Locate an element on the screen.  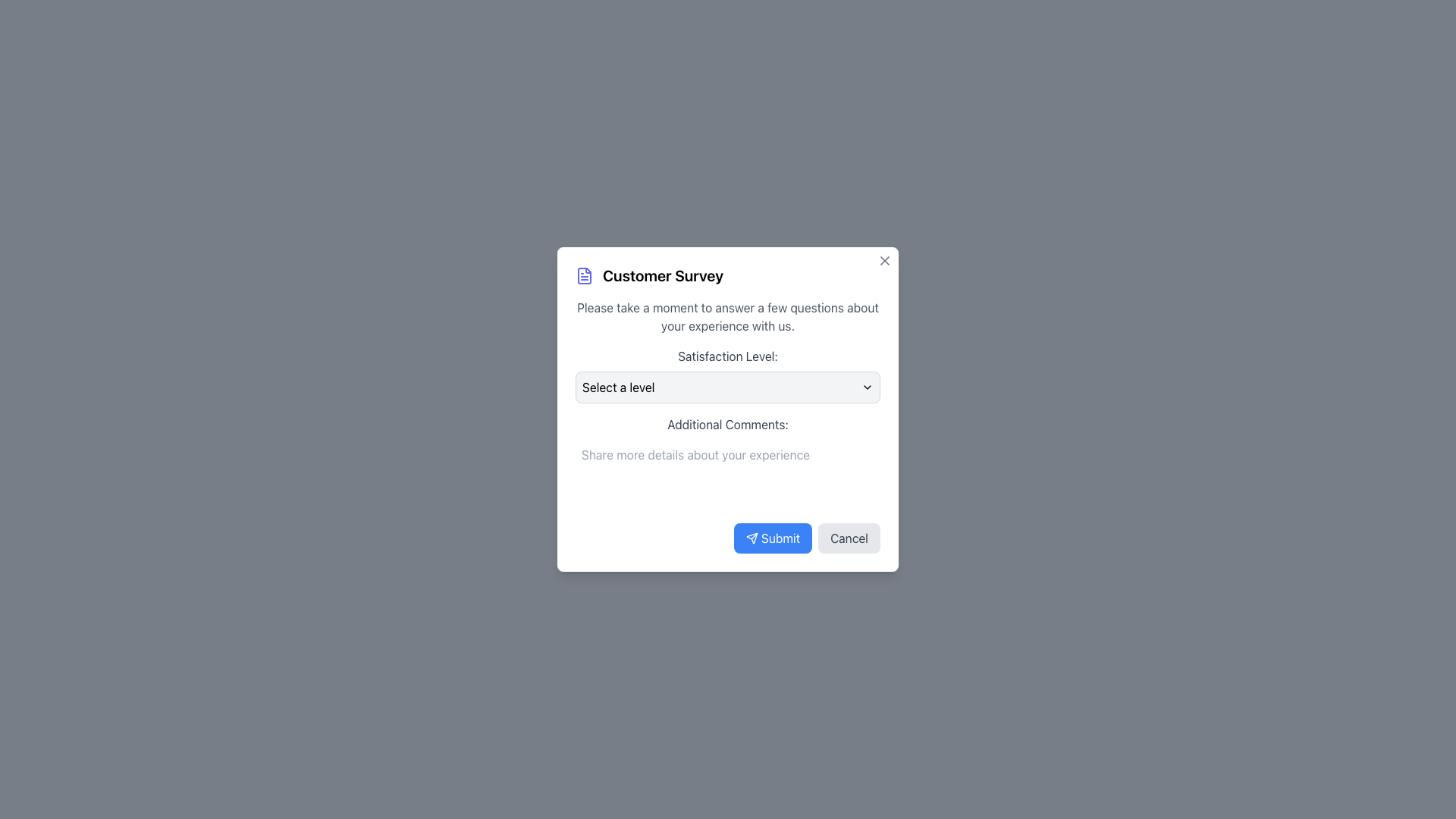
the dropdown menu labeled 'Select a level' is located at coordinates (728, 386).